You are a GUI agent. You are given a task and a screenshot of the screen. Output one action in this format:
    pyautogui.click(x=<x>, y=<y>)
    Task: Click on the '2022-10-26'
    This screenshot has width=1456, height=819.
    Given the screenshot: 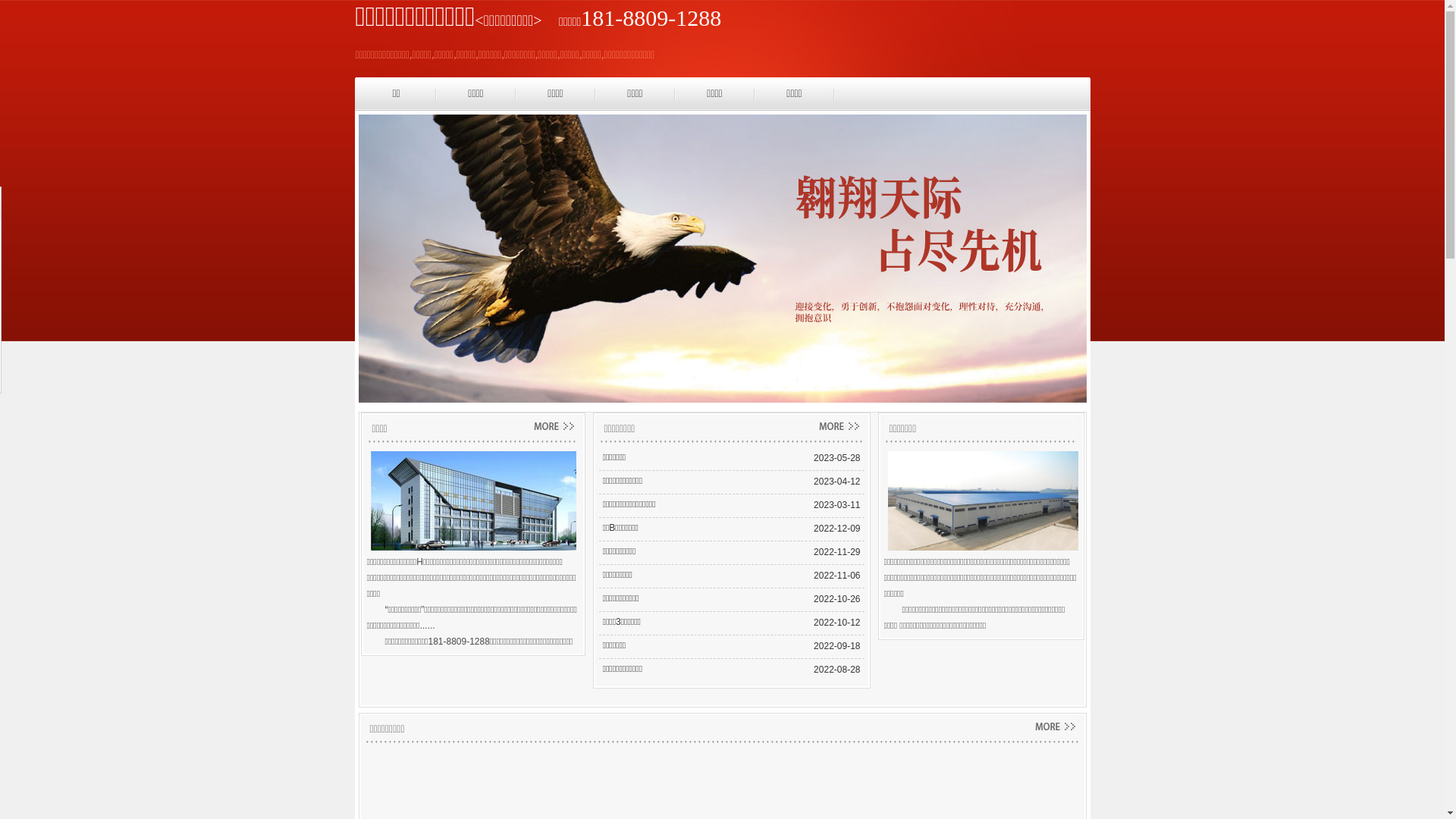 What is the action you would take?
    pyautogui.click(x=836, y=598)
    